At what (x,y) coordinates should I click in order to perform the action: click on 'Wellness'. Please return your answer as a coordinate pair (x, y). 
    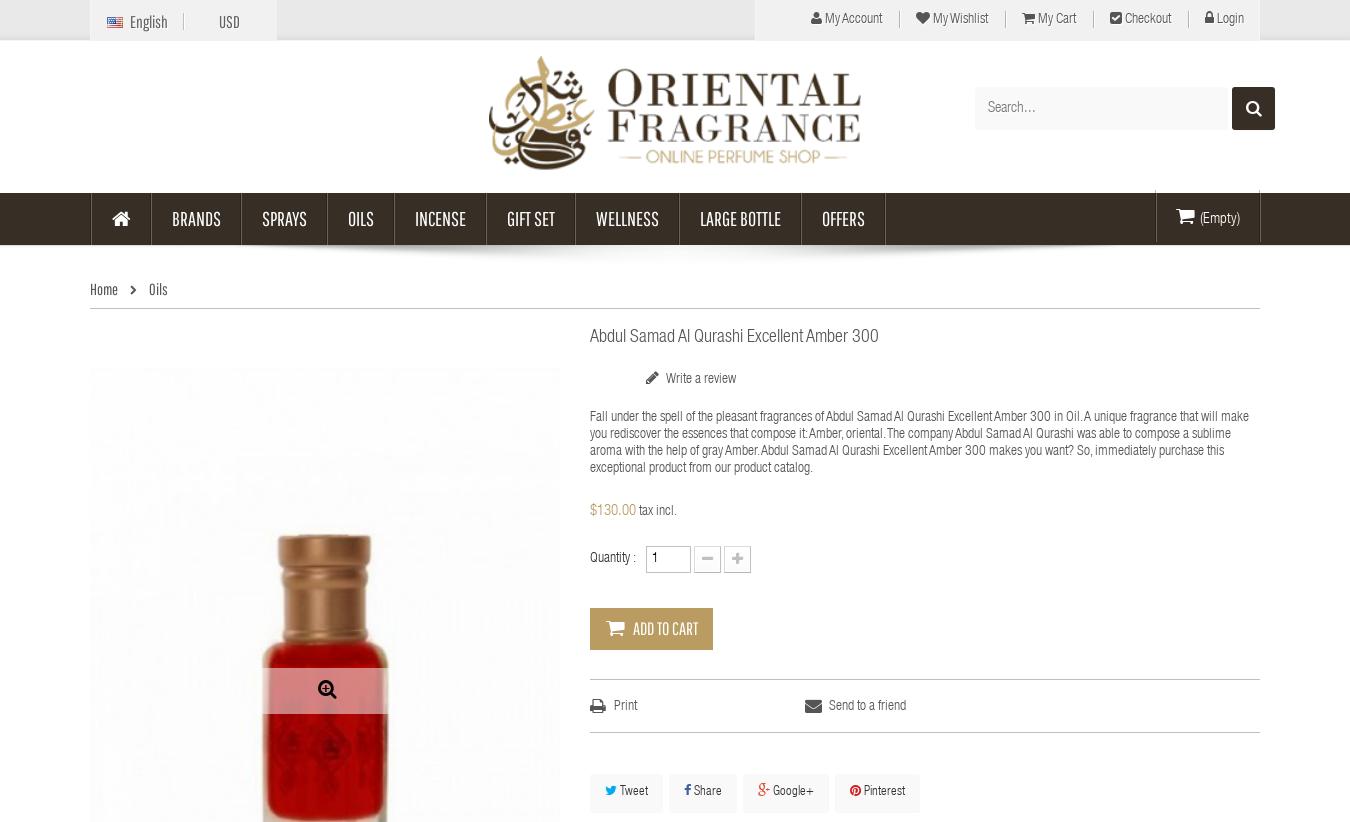
    Looking at the image, I should click on (627, 217).